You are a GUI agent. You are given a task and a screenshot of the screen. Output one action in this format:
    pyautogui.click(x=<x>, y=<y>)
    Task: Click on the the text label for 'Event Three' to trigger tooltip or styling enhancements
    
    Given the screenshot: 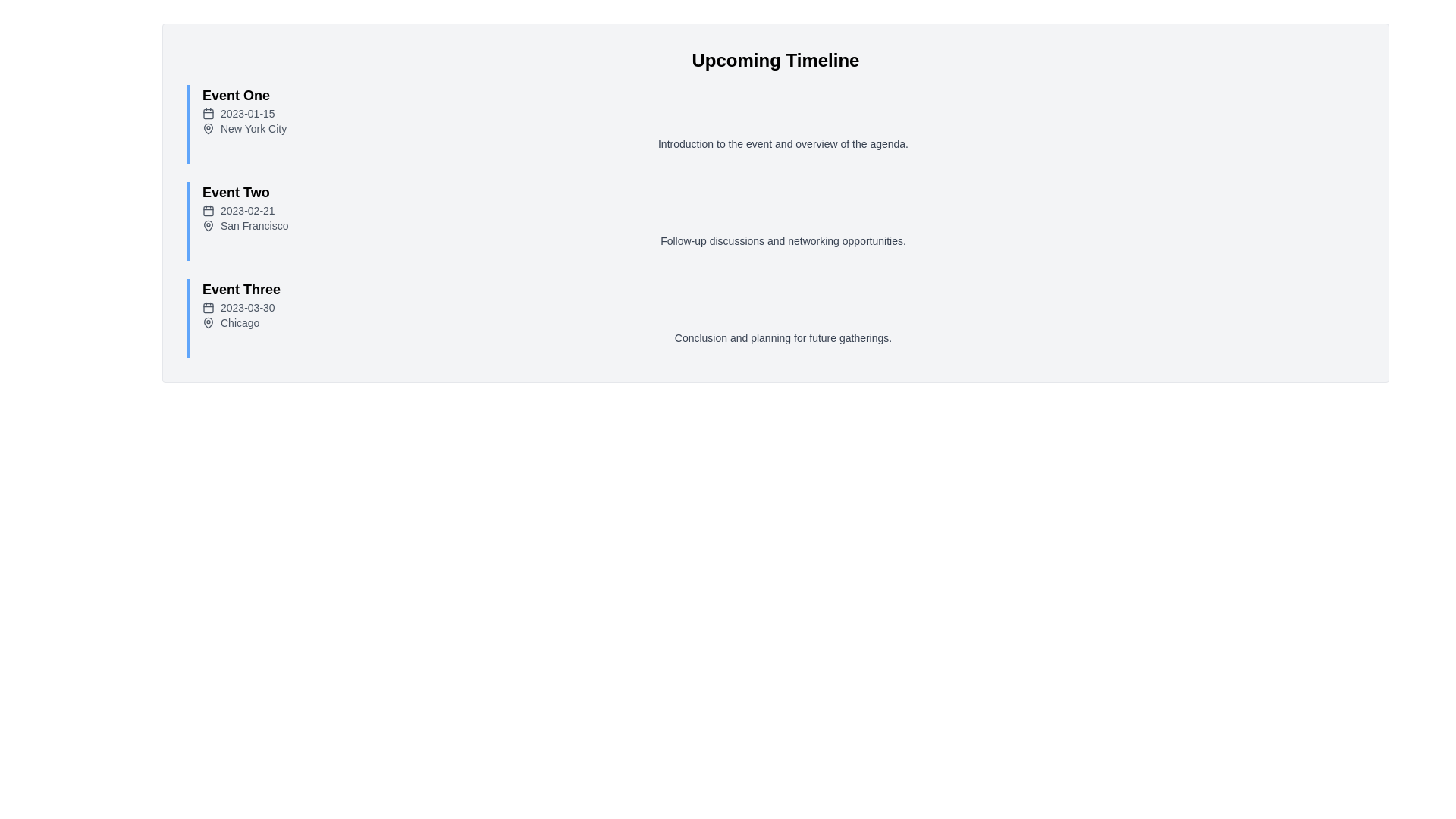 What is the action you would take?
    pyautogui.click(x=240, y=289)
    